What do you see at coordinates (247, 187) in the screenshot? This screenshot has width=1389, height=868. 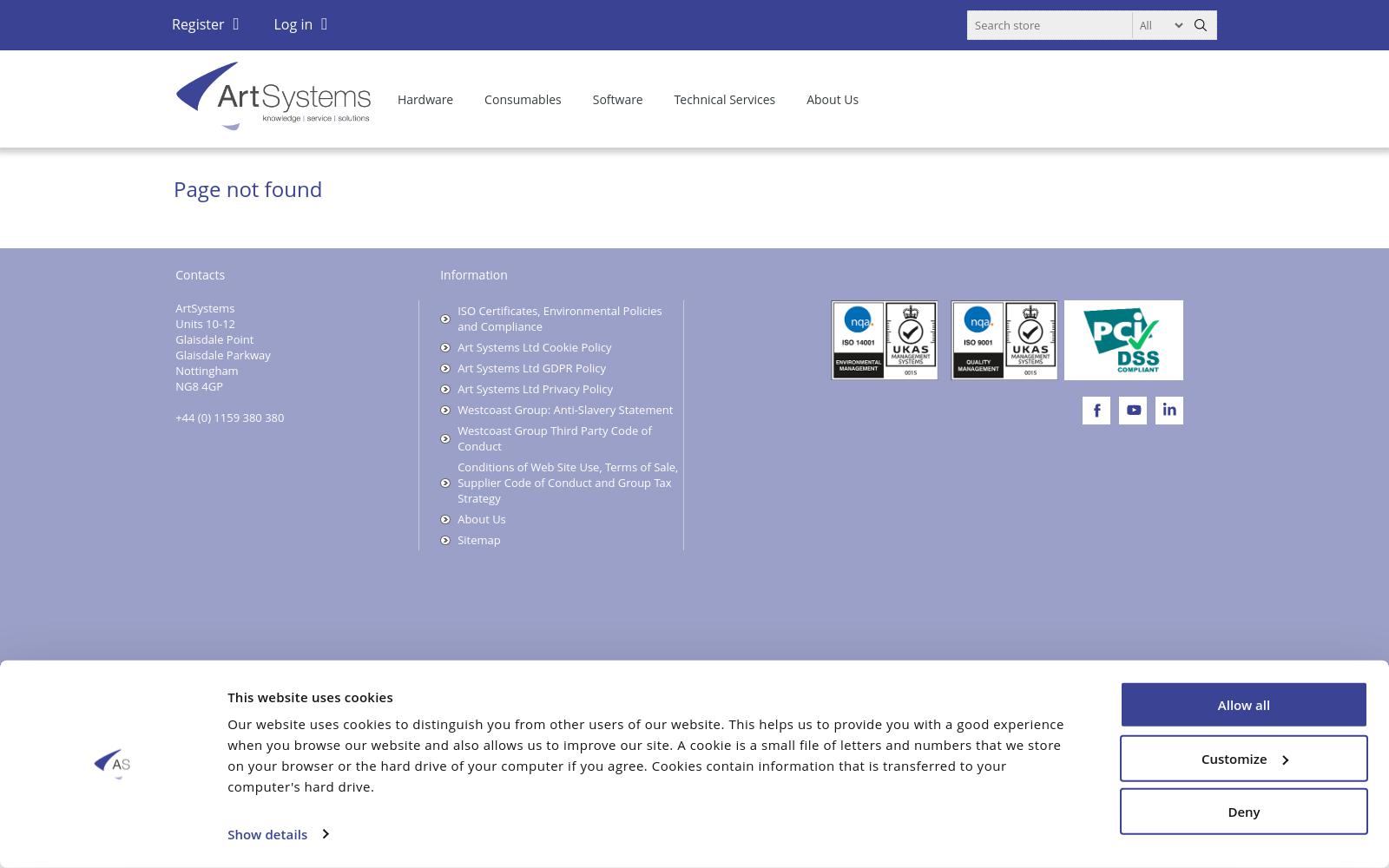 I see `'Page not found'` at bounding box center [247, 187].